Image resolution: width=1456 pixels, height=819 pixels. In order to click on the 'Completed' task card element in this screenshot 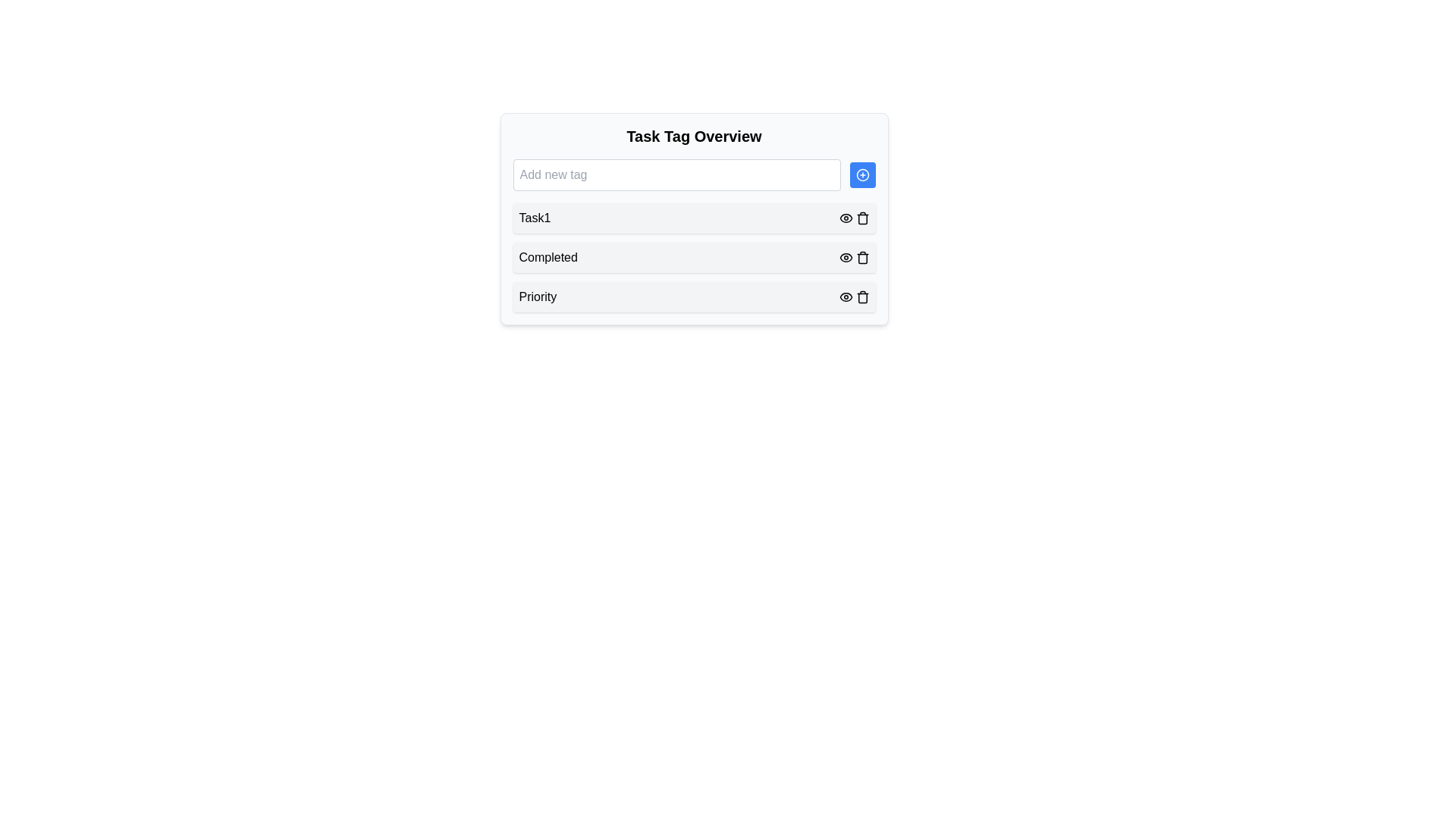, I will do `click(693, 256)`.